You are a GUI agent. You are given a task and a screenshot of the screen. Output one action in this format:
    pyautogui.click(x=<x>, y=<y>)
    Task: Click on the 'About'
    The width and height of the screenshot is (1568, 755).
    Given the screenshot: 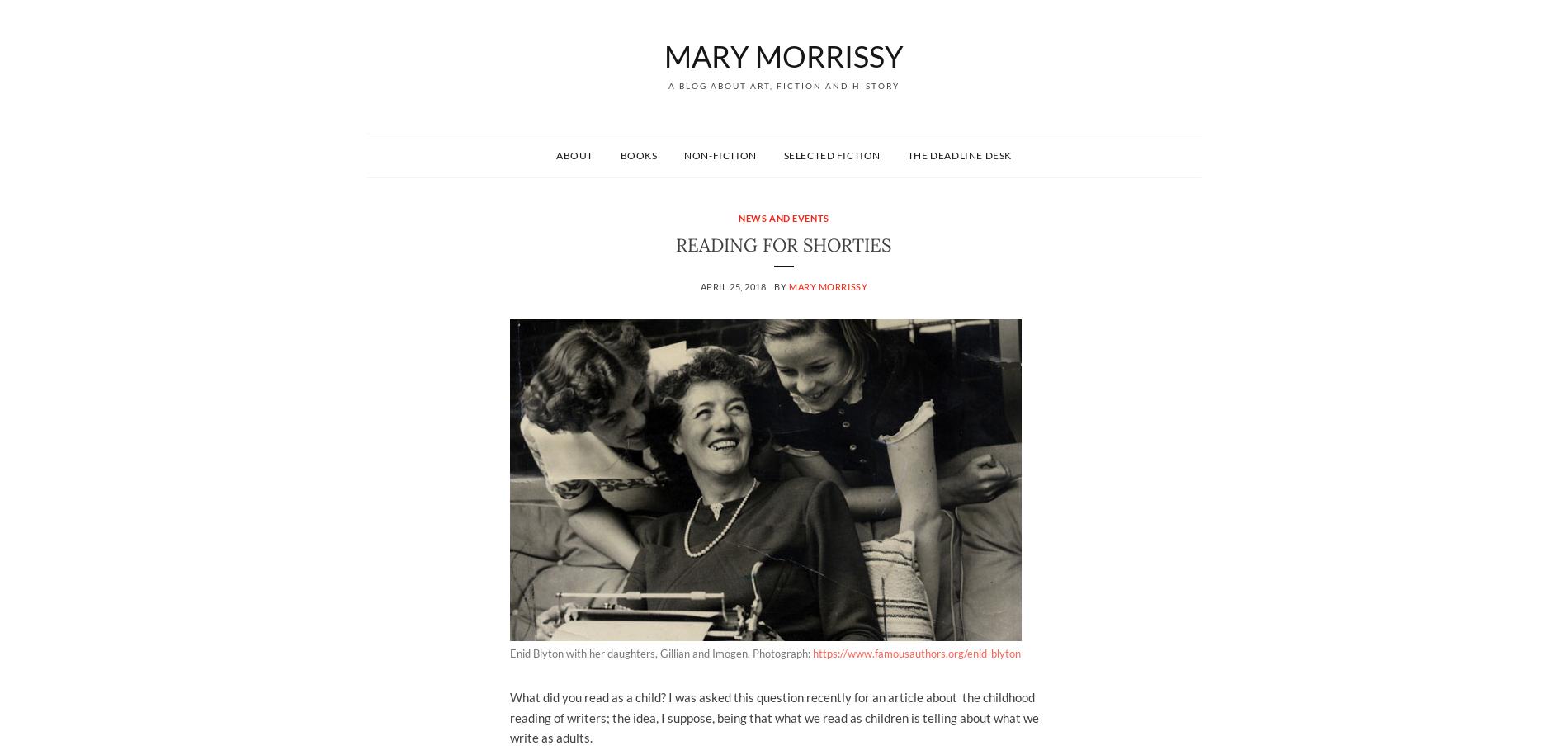 What is the action you would take?
    pyautogui.click(x=574, y=154)
    